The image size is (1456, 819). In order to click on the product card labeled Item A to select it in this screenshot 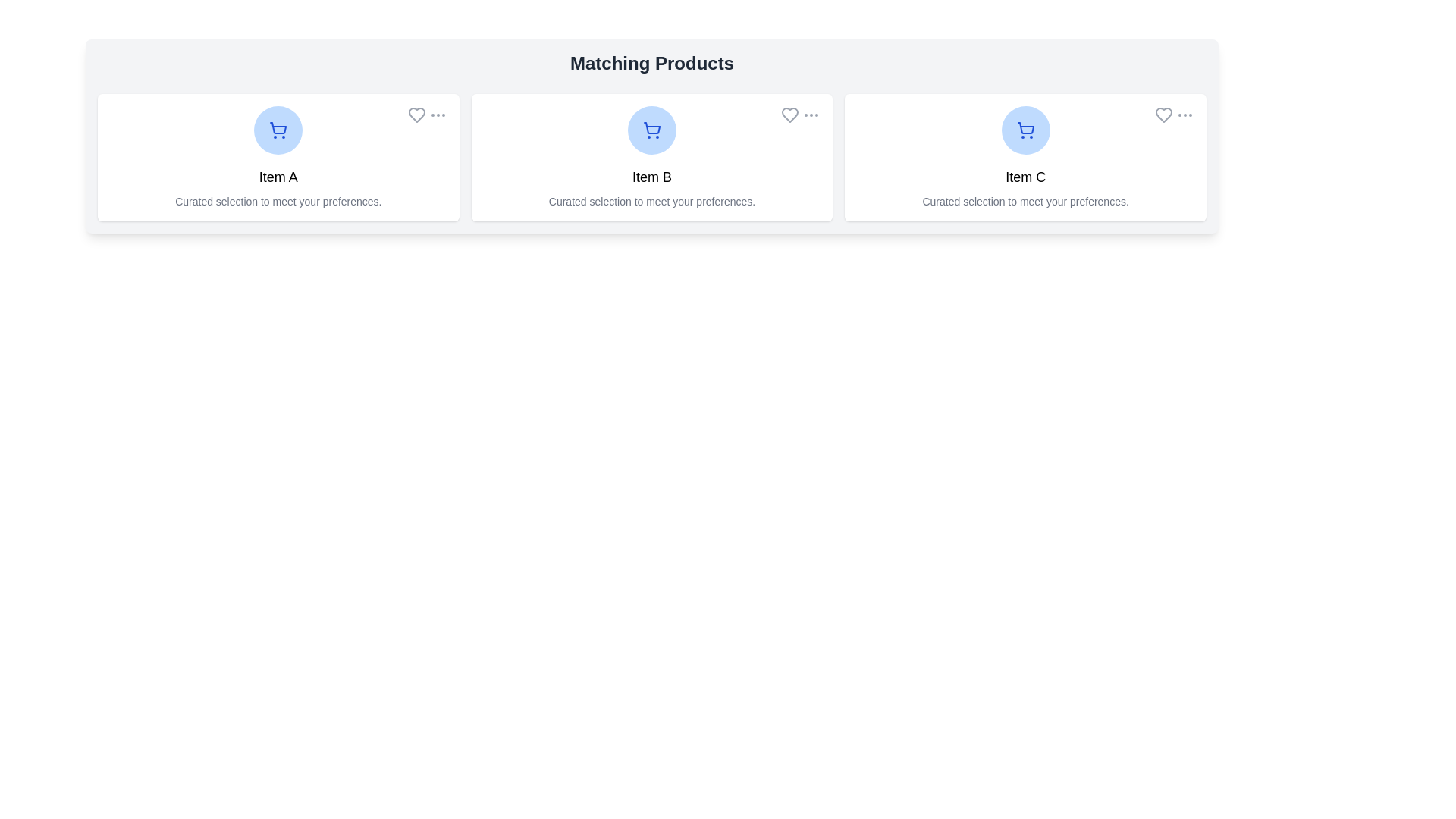, I will do `click(278, 158)`.